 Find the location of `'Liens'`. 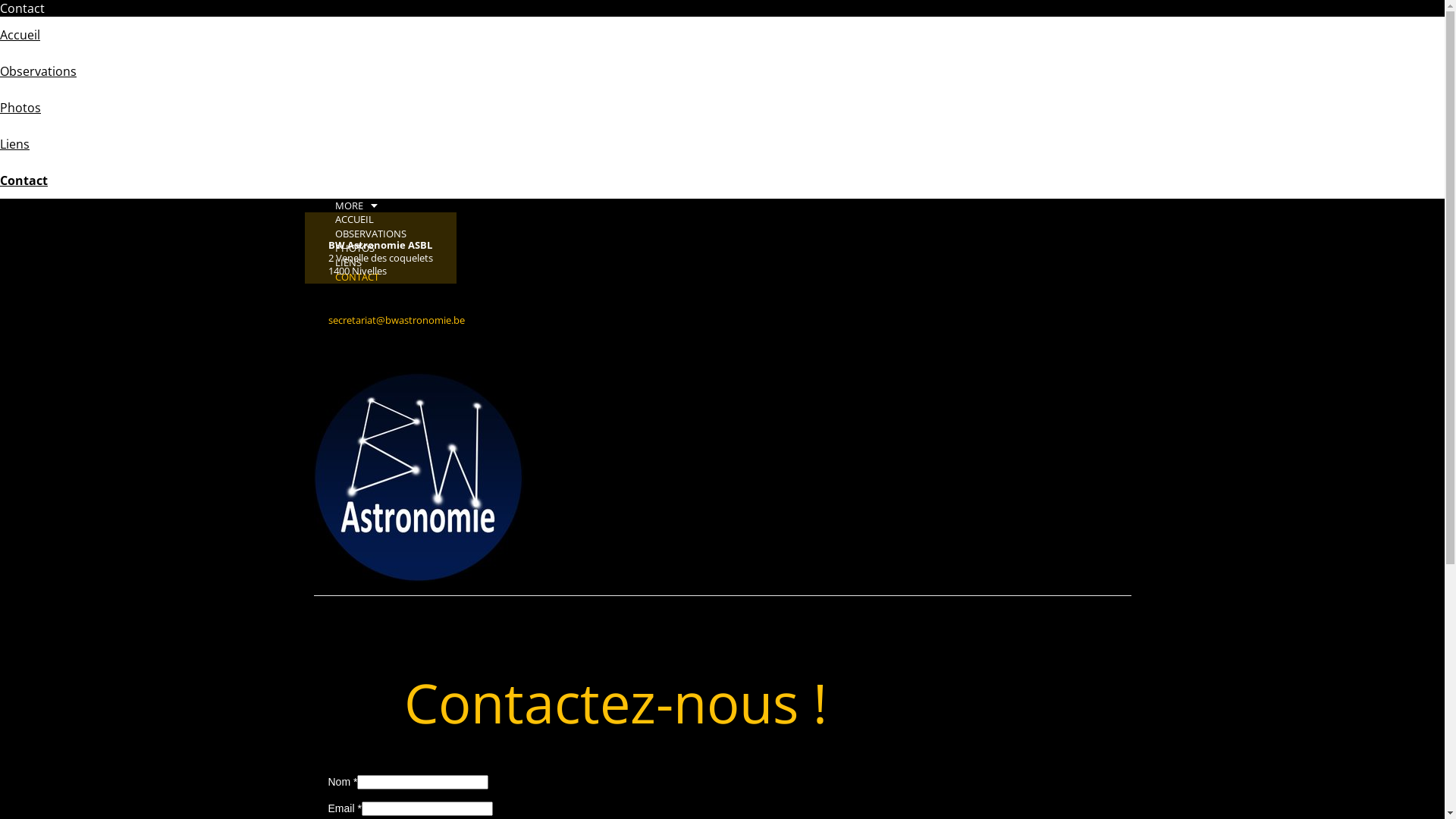

'Liens' is located at coordinates (0, 143).